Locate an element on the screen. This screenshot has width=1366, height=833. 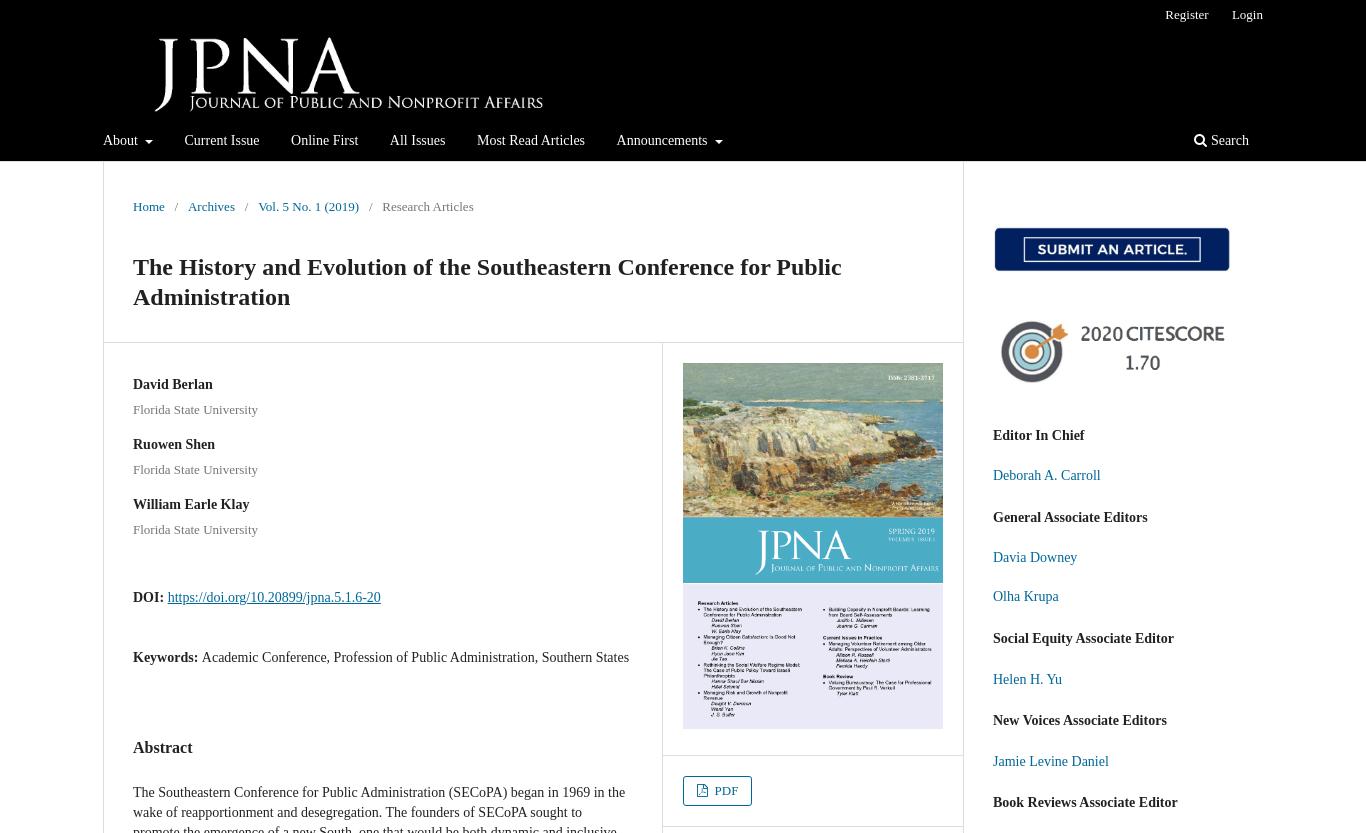
'The History and Evolution of the Southeastern Conference for Public Administration' is located at coordinates (132, 280).